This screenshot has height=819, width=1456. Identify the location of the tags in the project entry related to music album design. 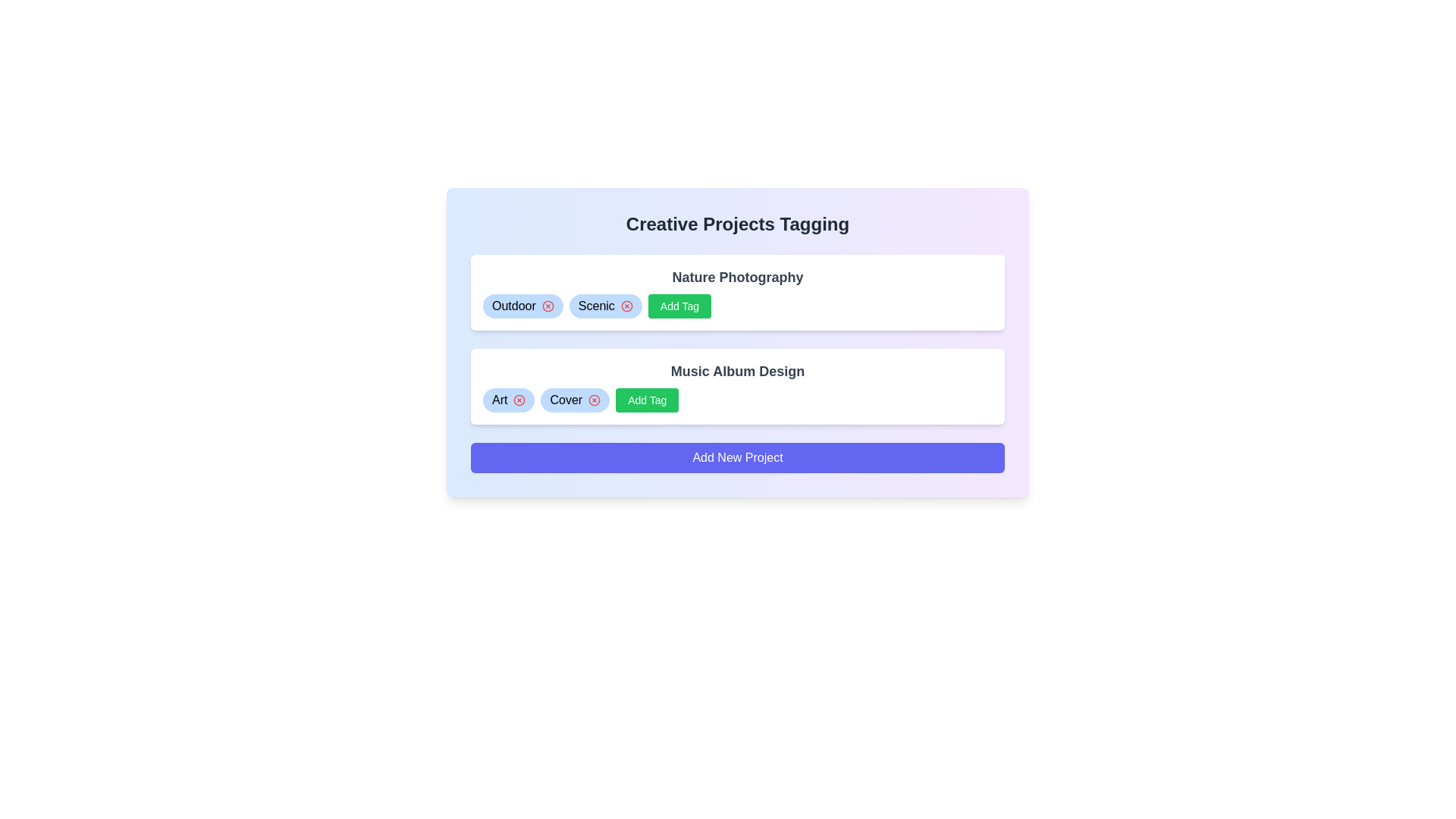
(738, 385).